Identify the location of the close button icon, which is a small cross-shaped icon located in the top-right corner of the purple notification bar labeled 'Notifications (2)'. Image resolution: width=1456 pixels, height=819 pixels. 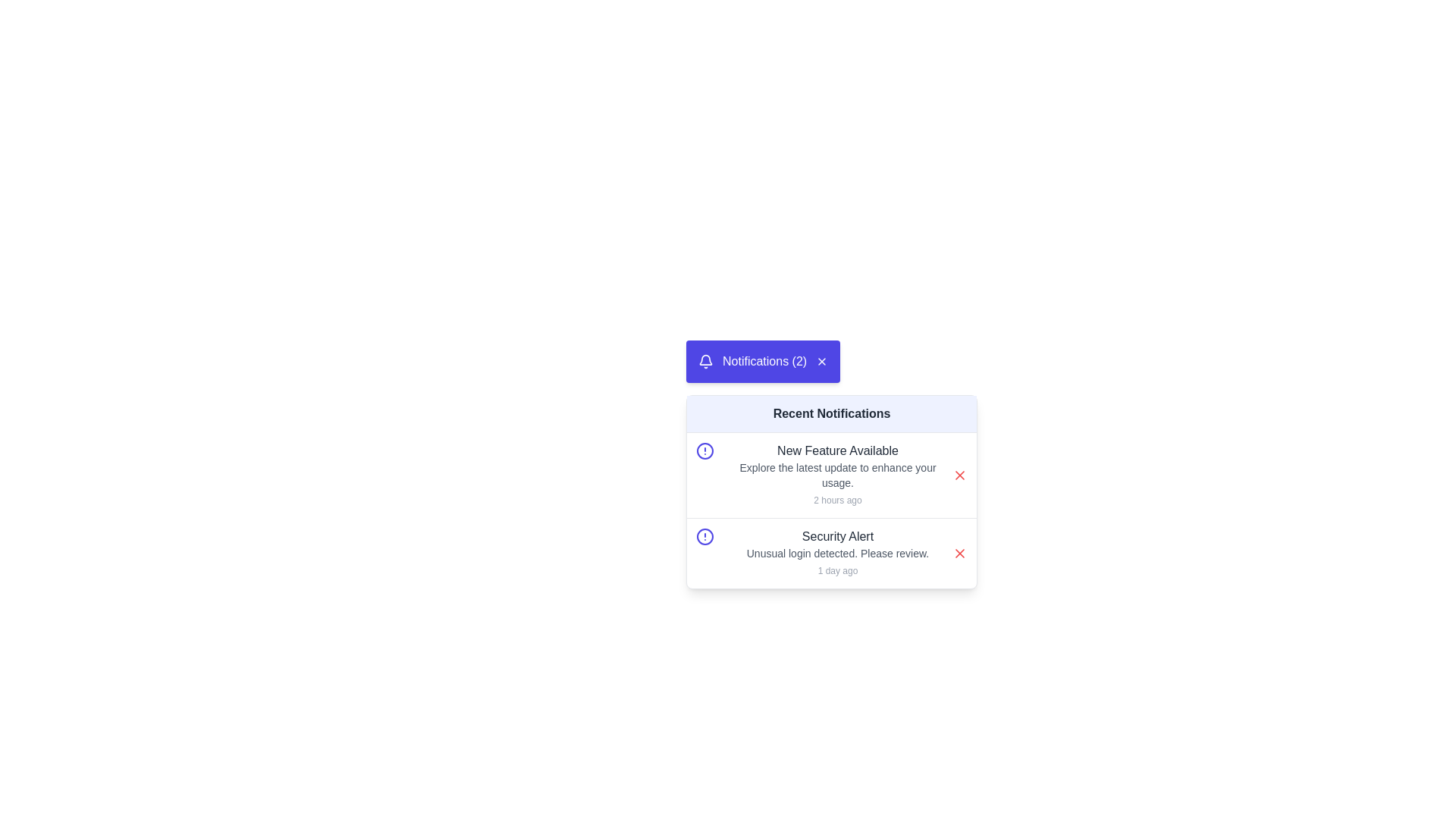
(821, 362).